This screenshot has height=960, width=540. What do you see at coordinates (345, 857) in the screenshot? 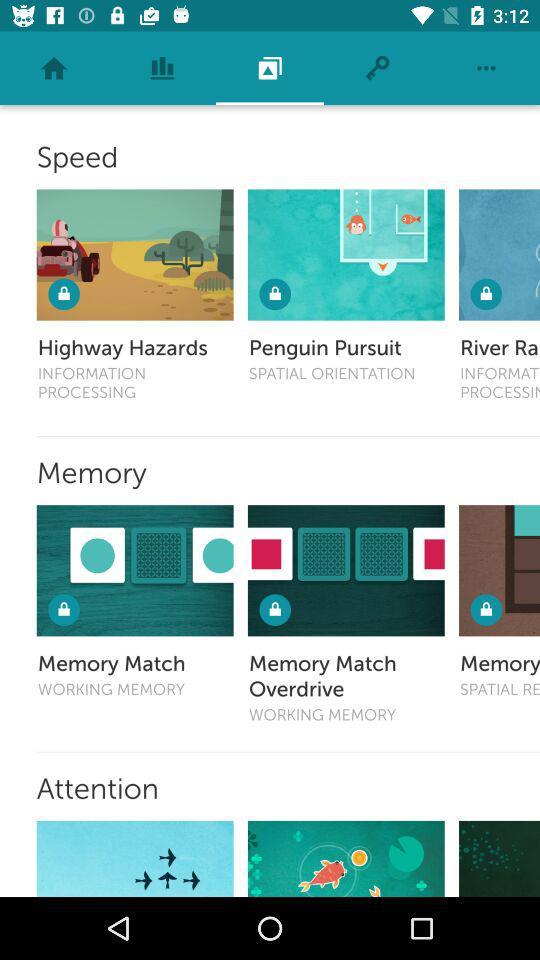
I see `open content` at bounding box center [345, 857].